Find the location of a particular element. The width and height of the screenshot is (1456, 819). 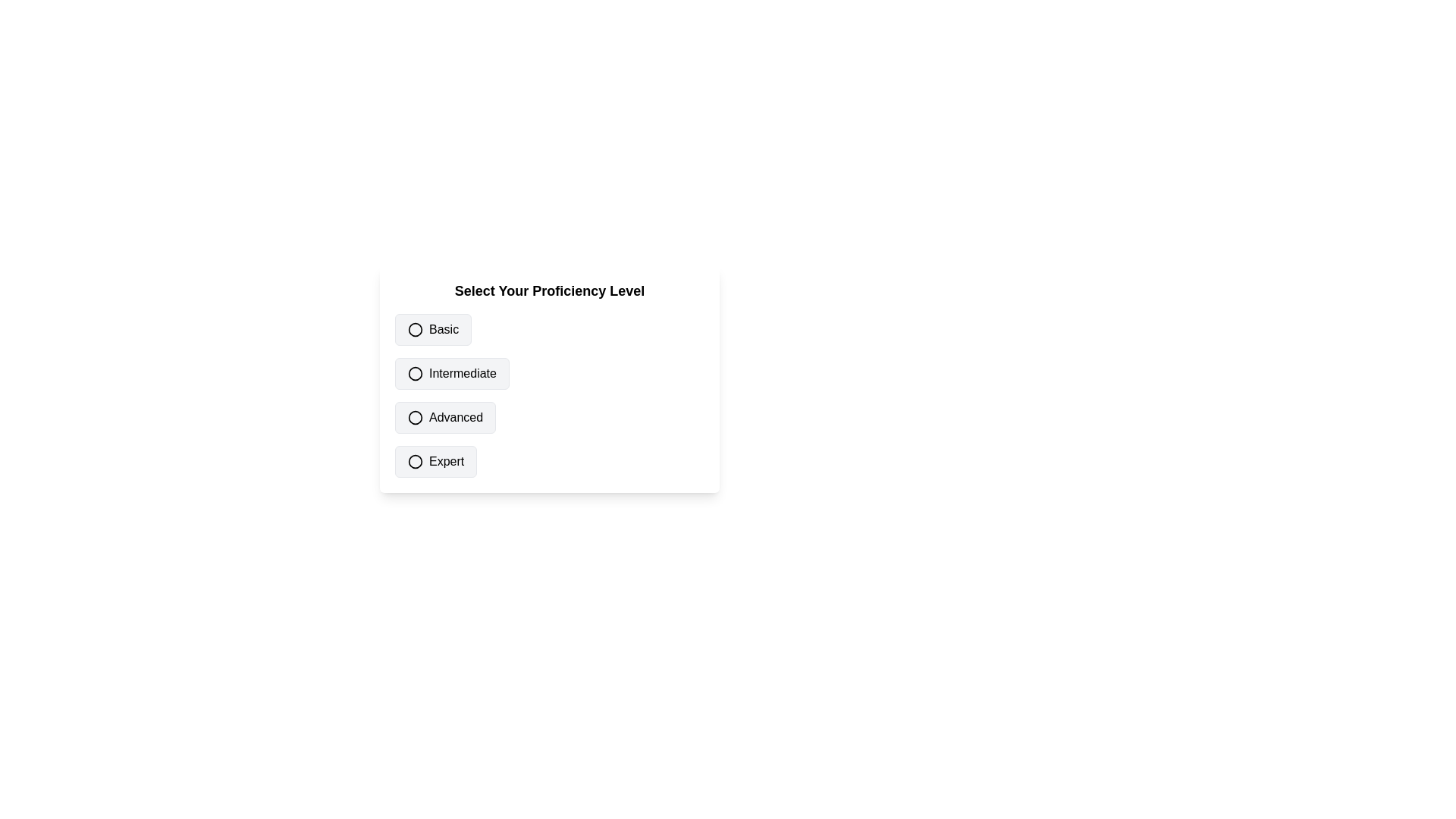

the 'Intermediate' radio button is located at coordinates (415, 374).